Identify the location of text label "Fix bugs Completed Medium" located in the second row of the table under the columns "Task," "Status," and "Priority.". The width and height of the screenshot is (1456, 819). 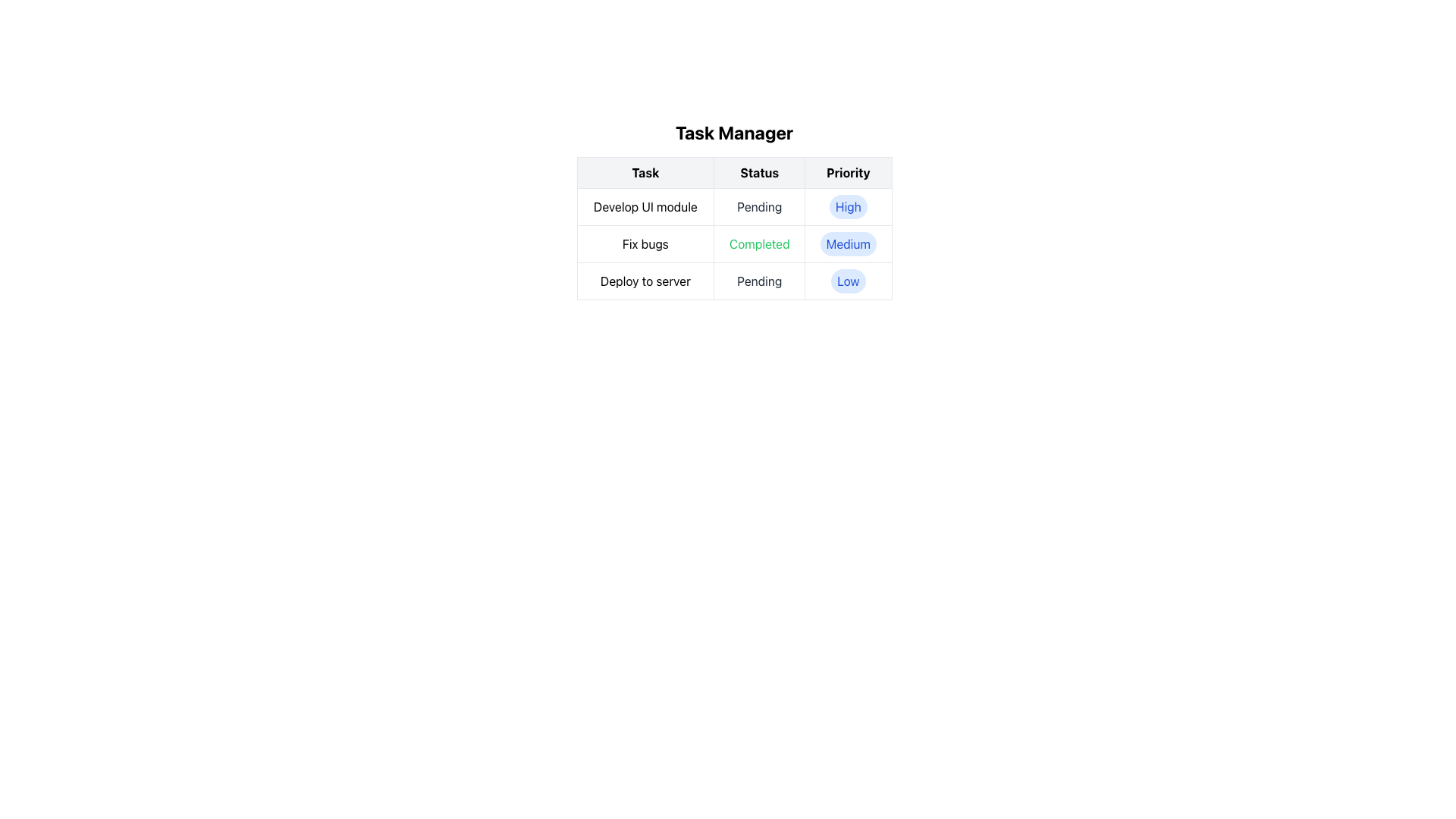
(734, 243).